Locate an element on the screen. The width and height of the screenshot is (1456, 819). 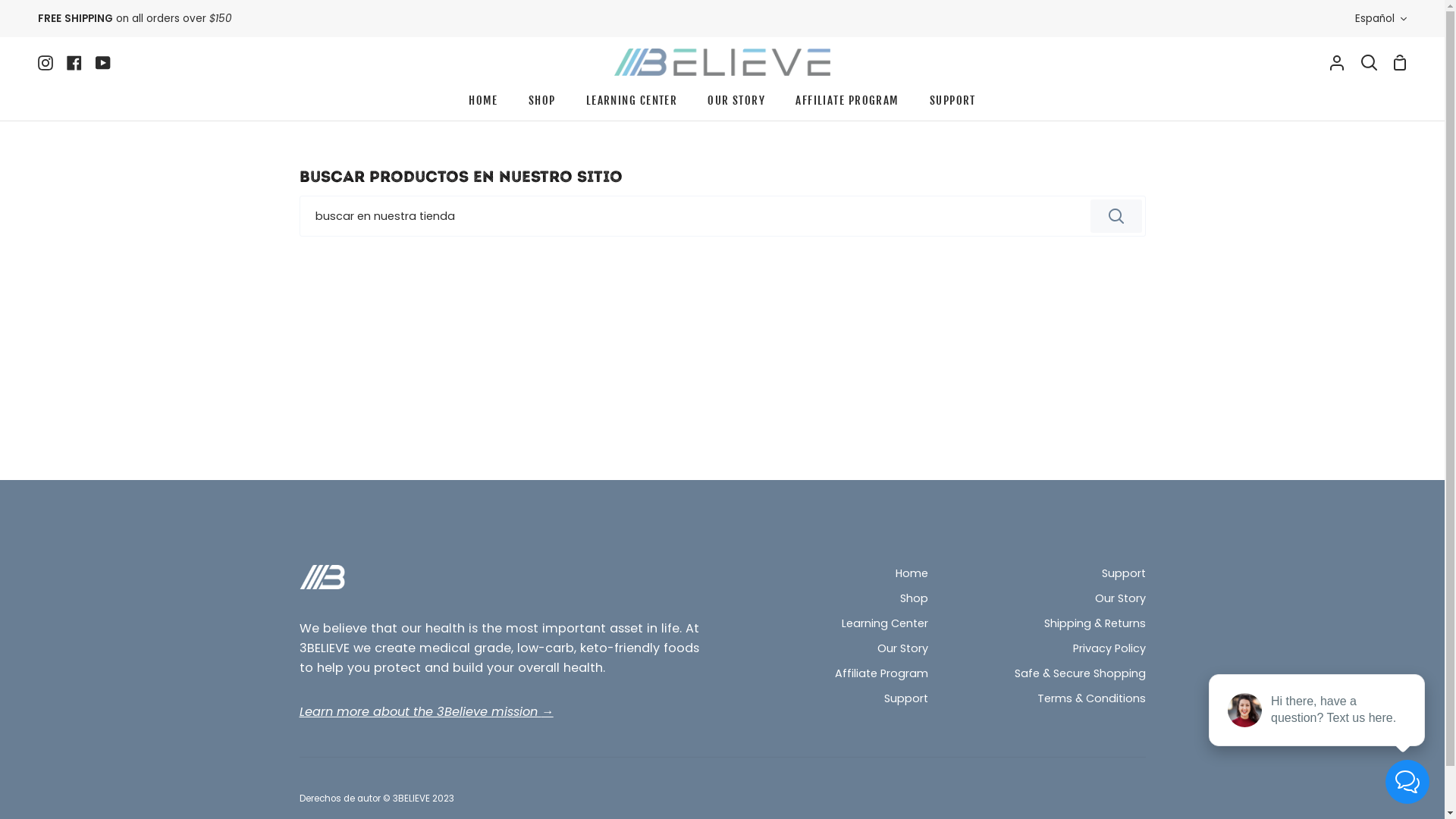
'SHOP' is located at coordinates (542, 103).